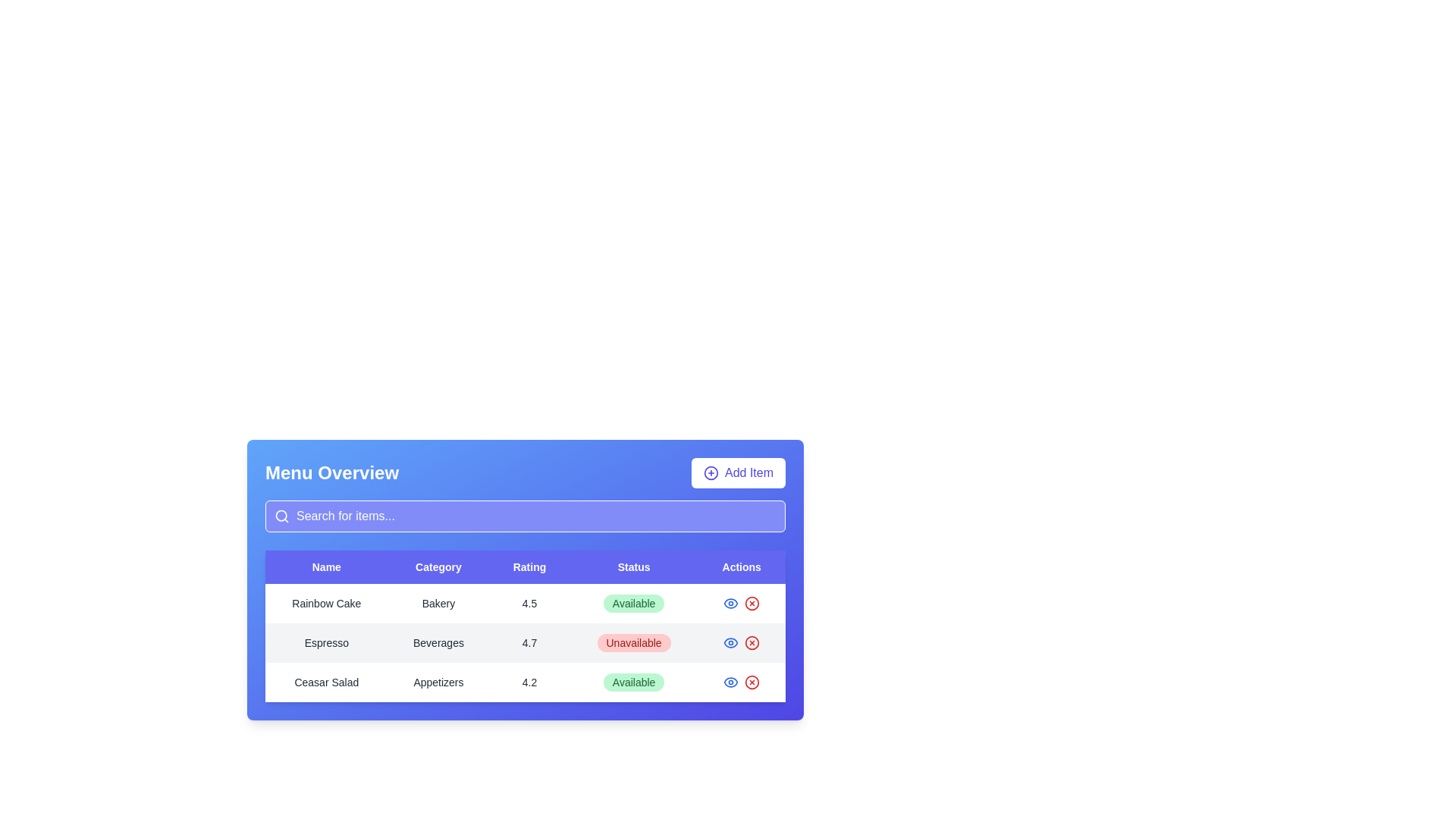 Image resolution: width=1456 pixels, height=819 pixels. What do you see at coordinates (529, 602) in the screenshot?
I see `the centered text label '4.5' in the third column of the first row in the 'Menu Overview' data table, which is under the 'Rating' header` at bounding box center [529, 602].